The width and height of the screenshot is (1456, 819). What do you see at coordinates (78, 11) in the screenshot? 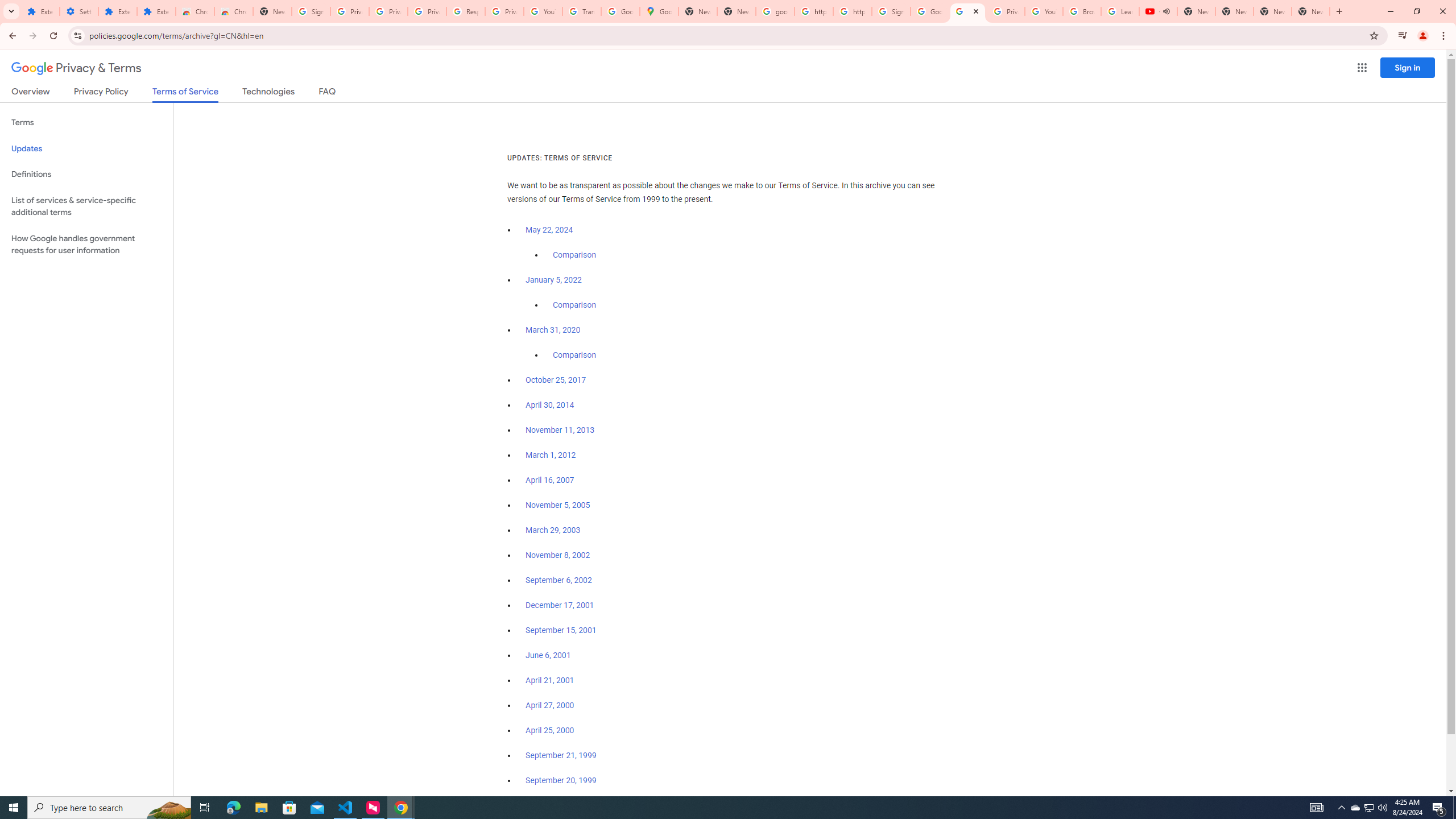
I see `'Settings'` at bounding box center [78, 11].